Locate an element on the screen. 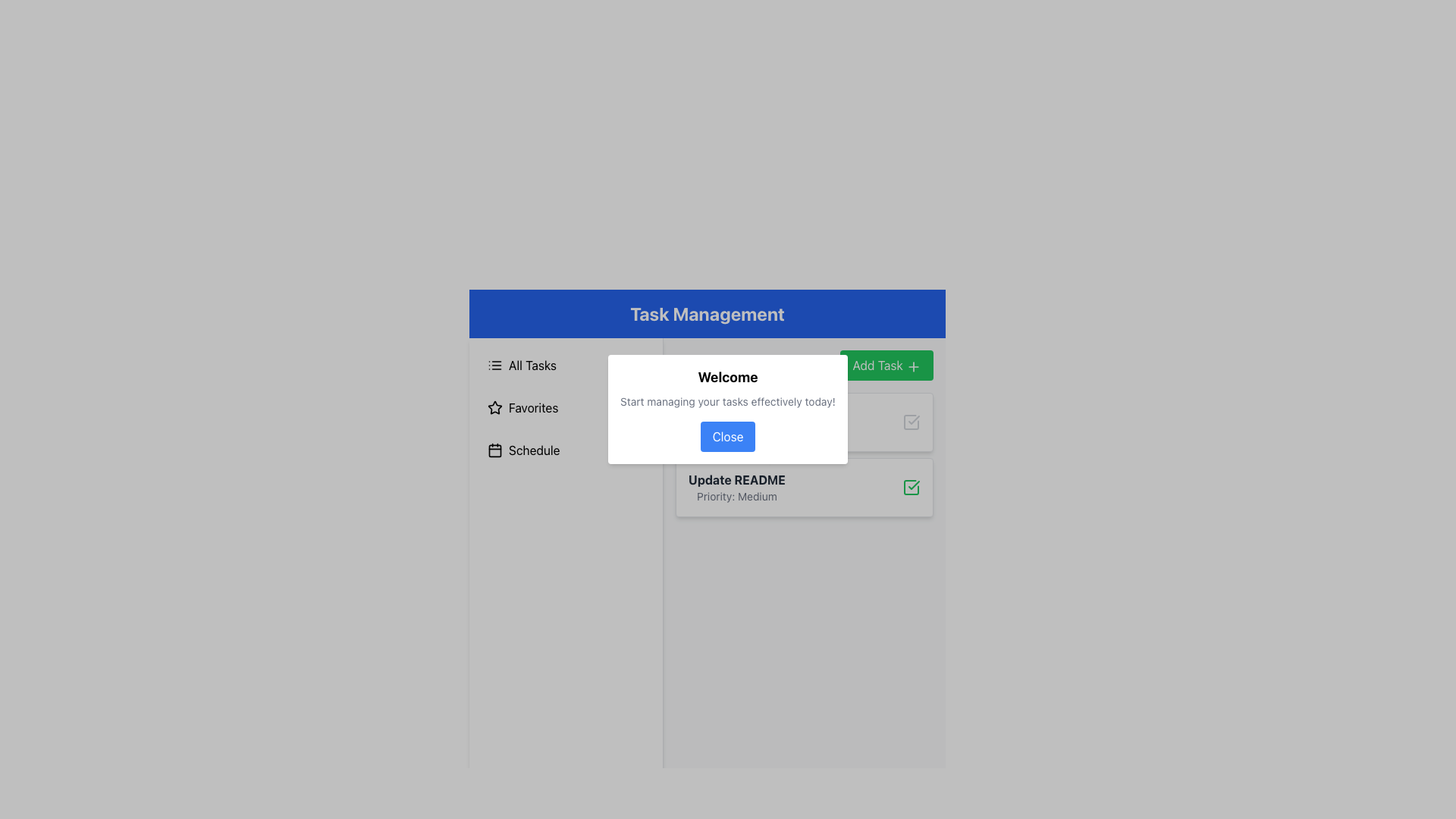  the informational text label that displays 'Priority: Medium', which is positioned below the bolded label 'Update README' in the task listing interface is located at coordinates (736, 497).